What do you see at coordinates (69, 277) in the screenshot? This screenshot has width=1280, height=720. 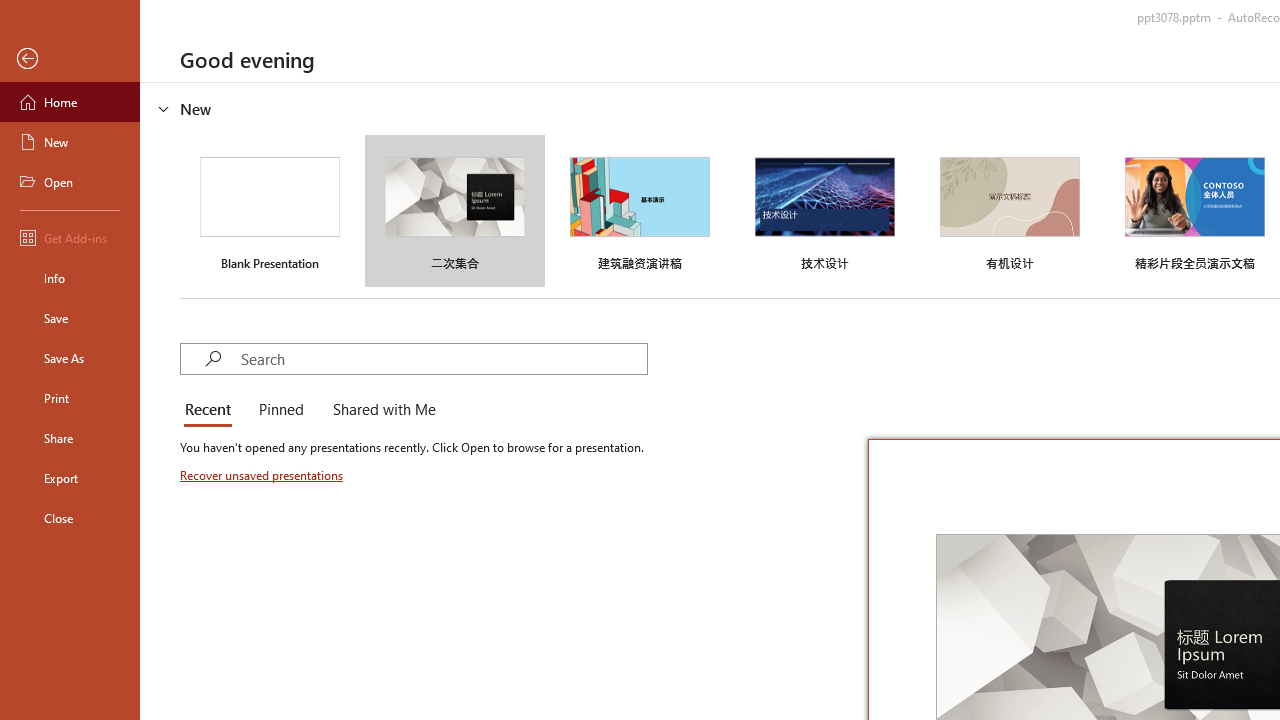 I see `'Info'` at bounding box center [69, 277].